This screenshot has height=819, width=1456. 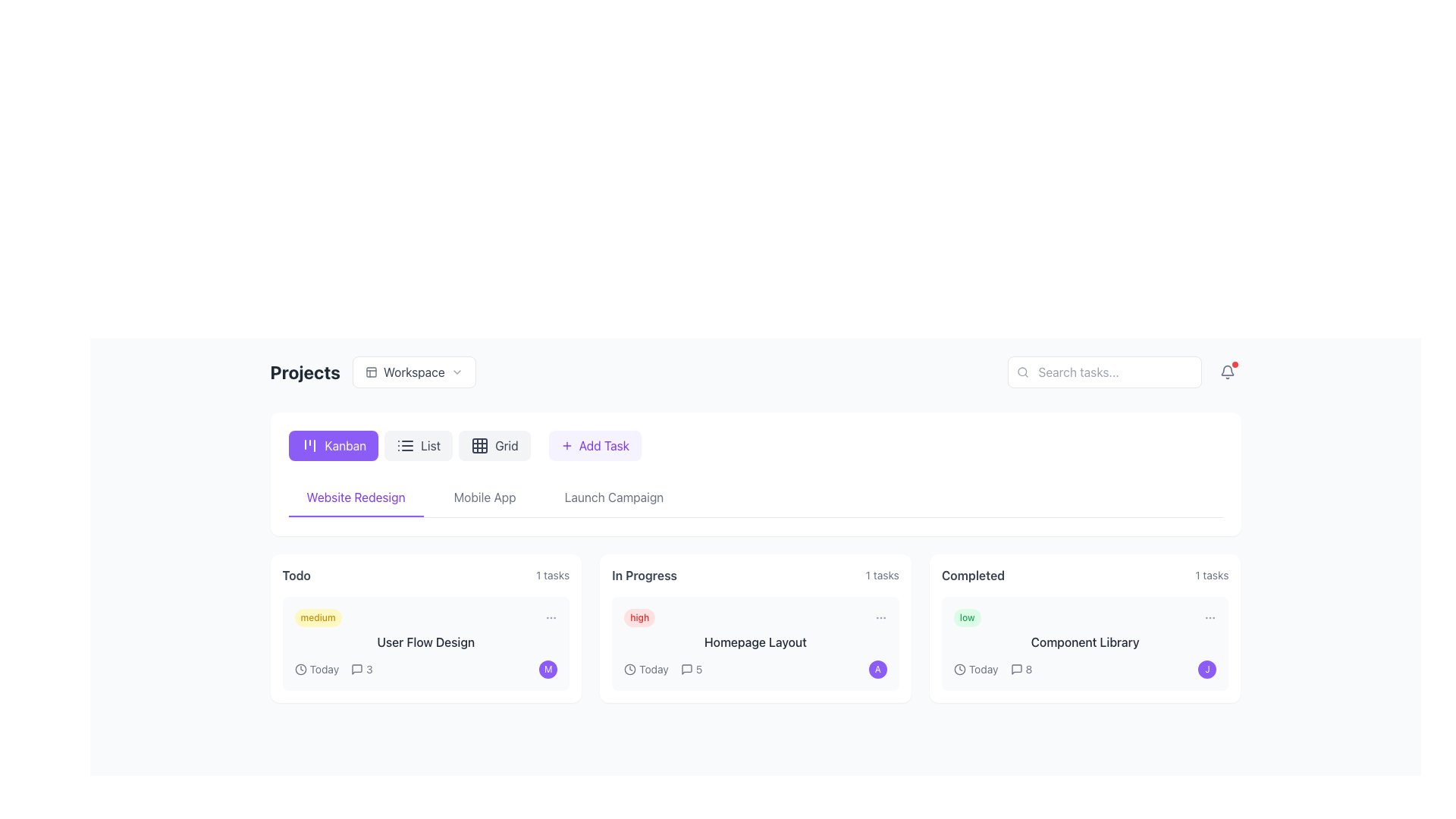 What do you see at coordinates (1084, 642) in the screenshot?
I see `the 'Component Library' text label located in the bottom part of the 'Completed' card to engage with related elements in the card context` at bounding box center [1084, 642].